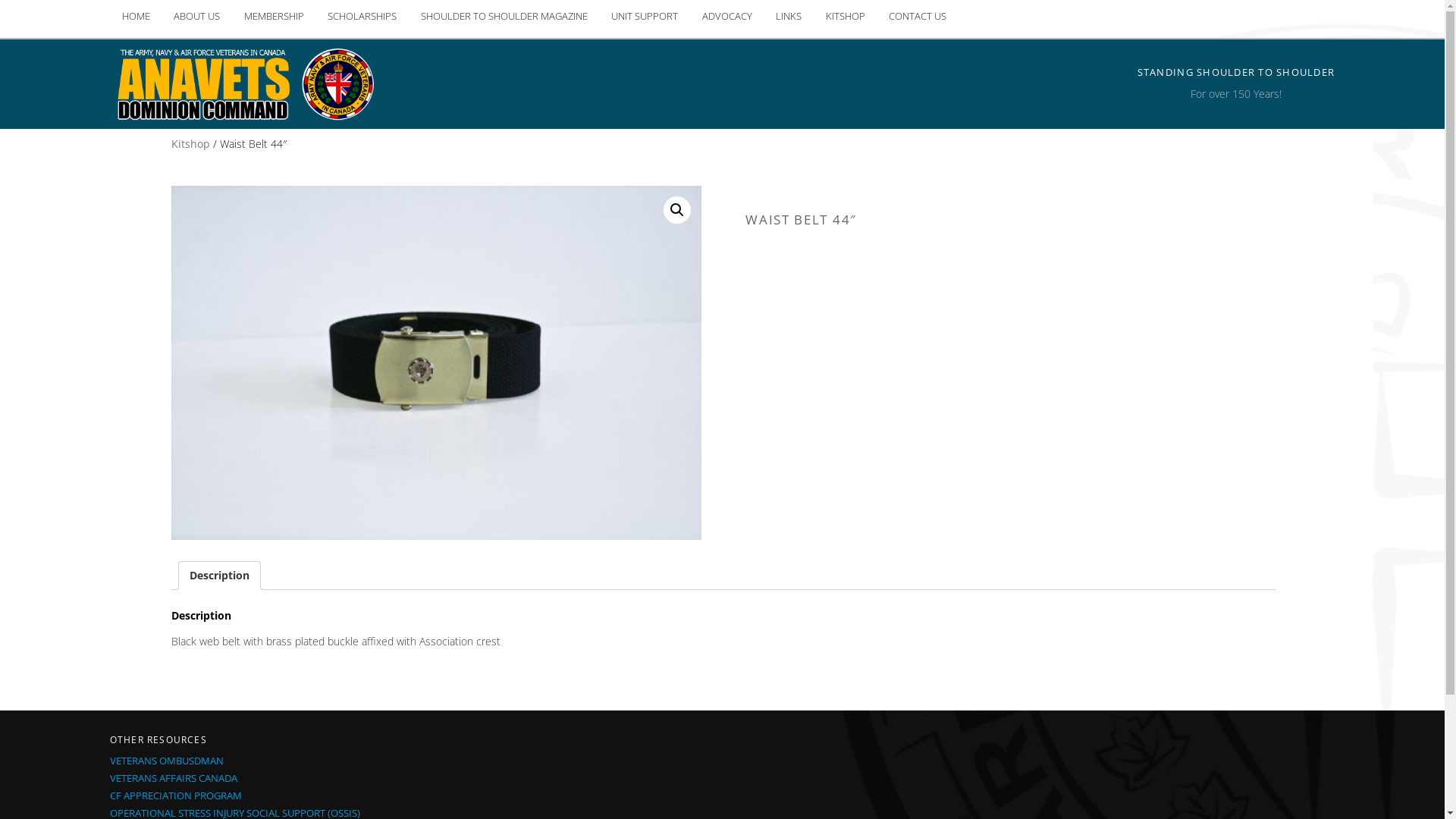 This screenshot has height=819, width=1456. I want to click on 'SHOULDER TO SHOULDER MAGAZINE', so click(408, 16).